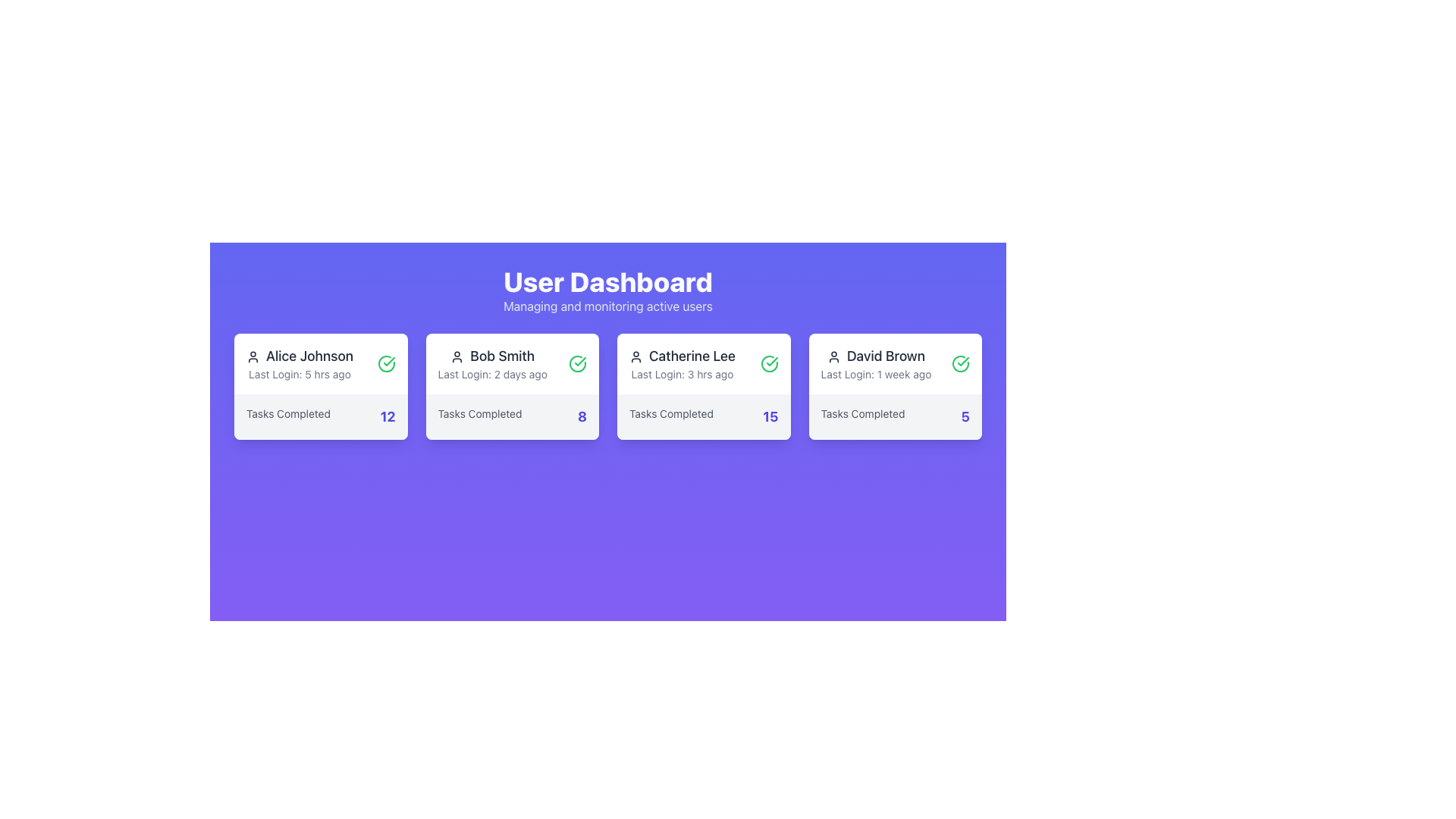 The height and width of the screenshot is (819, 1456). I want to click on the styling of the 'completed' or 'verified' status icon for user 'David Brown', which is located at the top-right corner of the corresponding card, so click(960, 363).